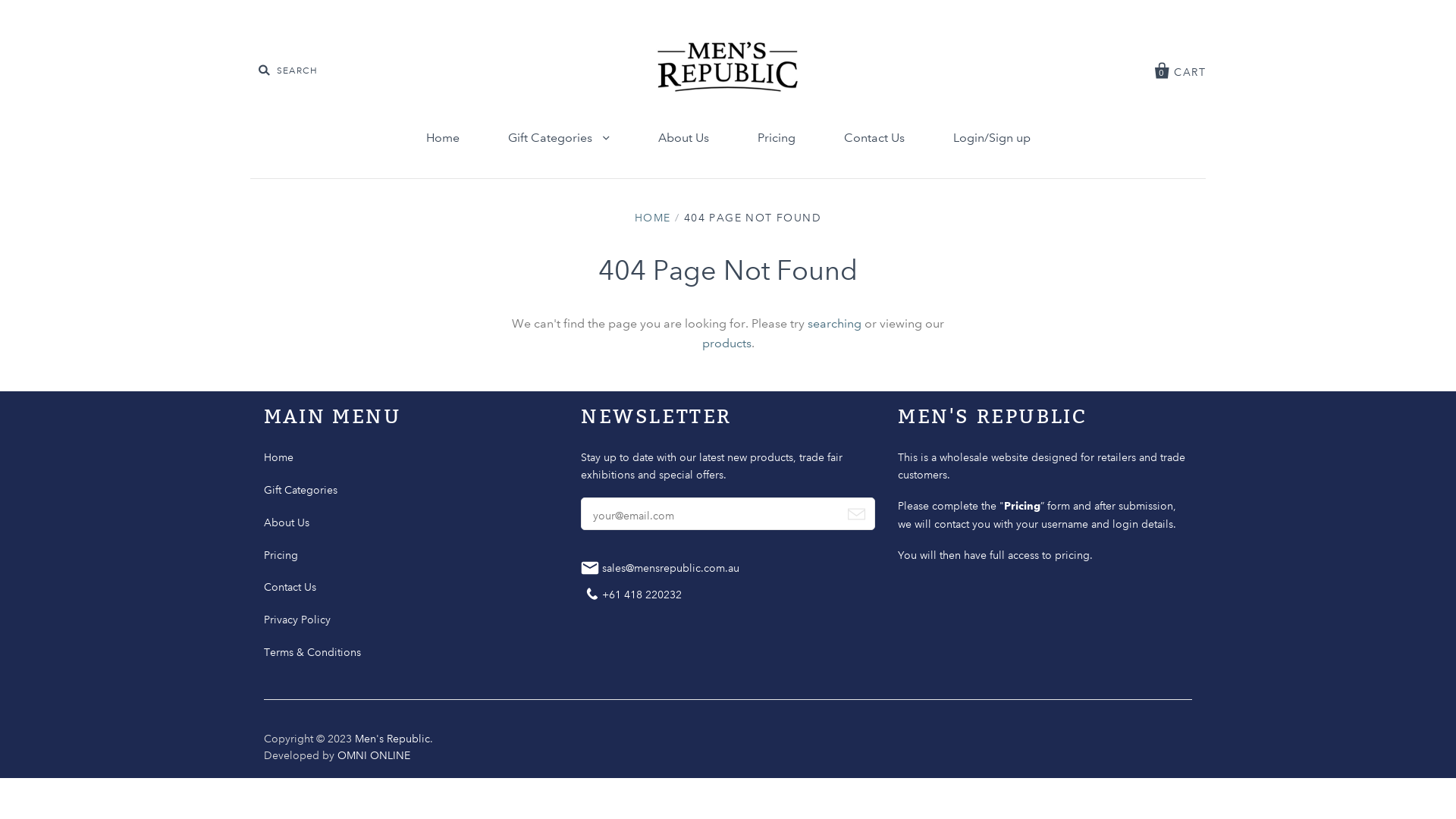 The width and height of the screenshot is (1456, 819). What do you see at coordinates (726, 343) in the screenshot?
I see `'products'` at bounding box center [726, 343].